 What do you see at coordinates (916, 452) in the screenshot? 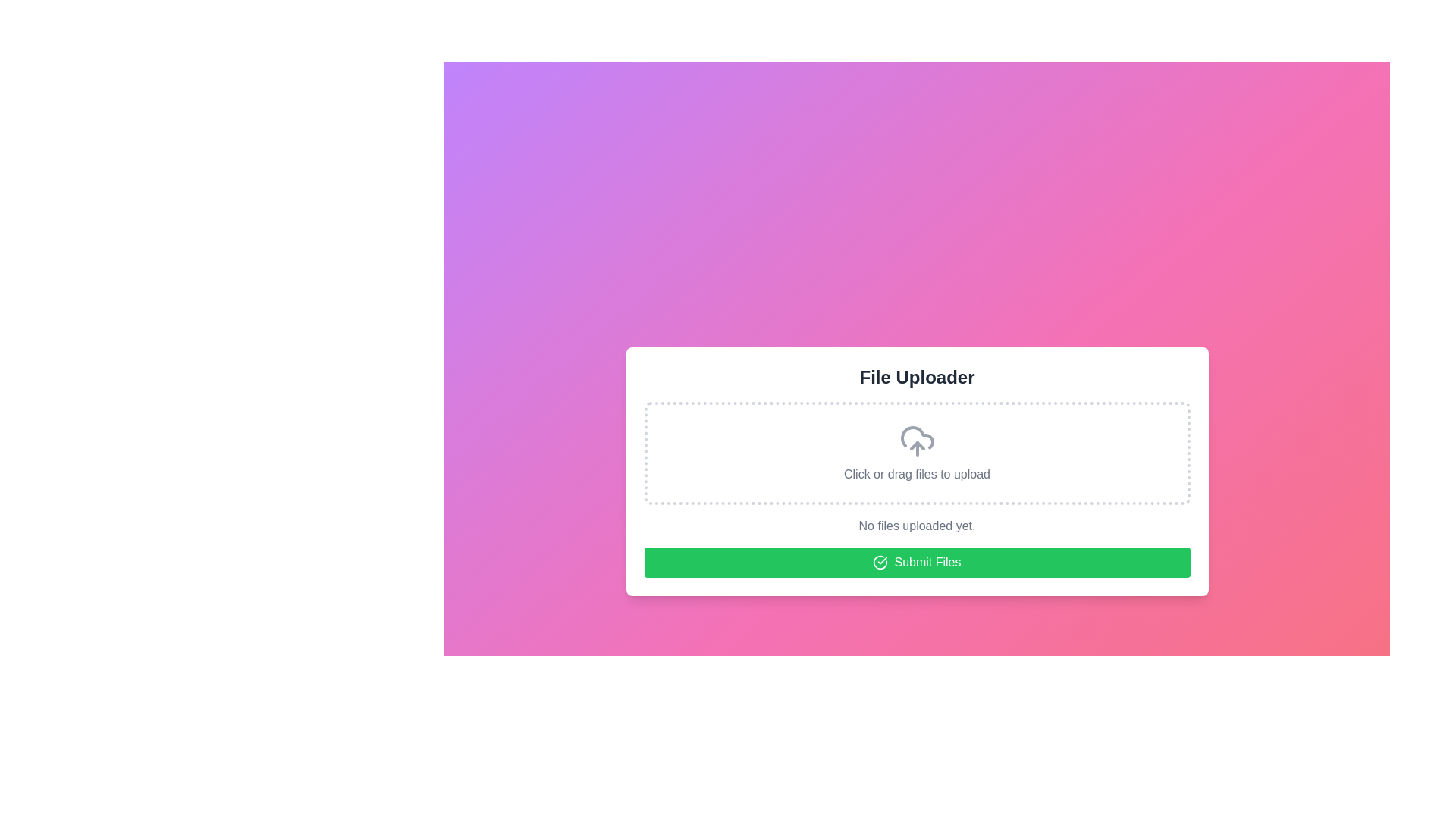
I see `and drop files over the interactive File upload area located below the 'File Uploader' title and above the 'No files uploaded yet.' text` at bounding box center [916, 452].